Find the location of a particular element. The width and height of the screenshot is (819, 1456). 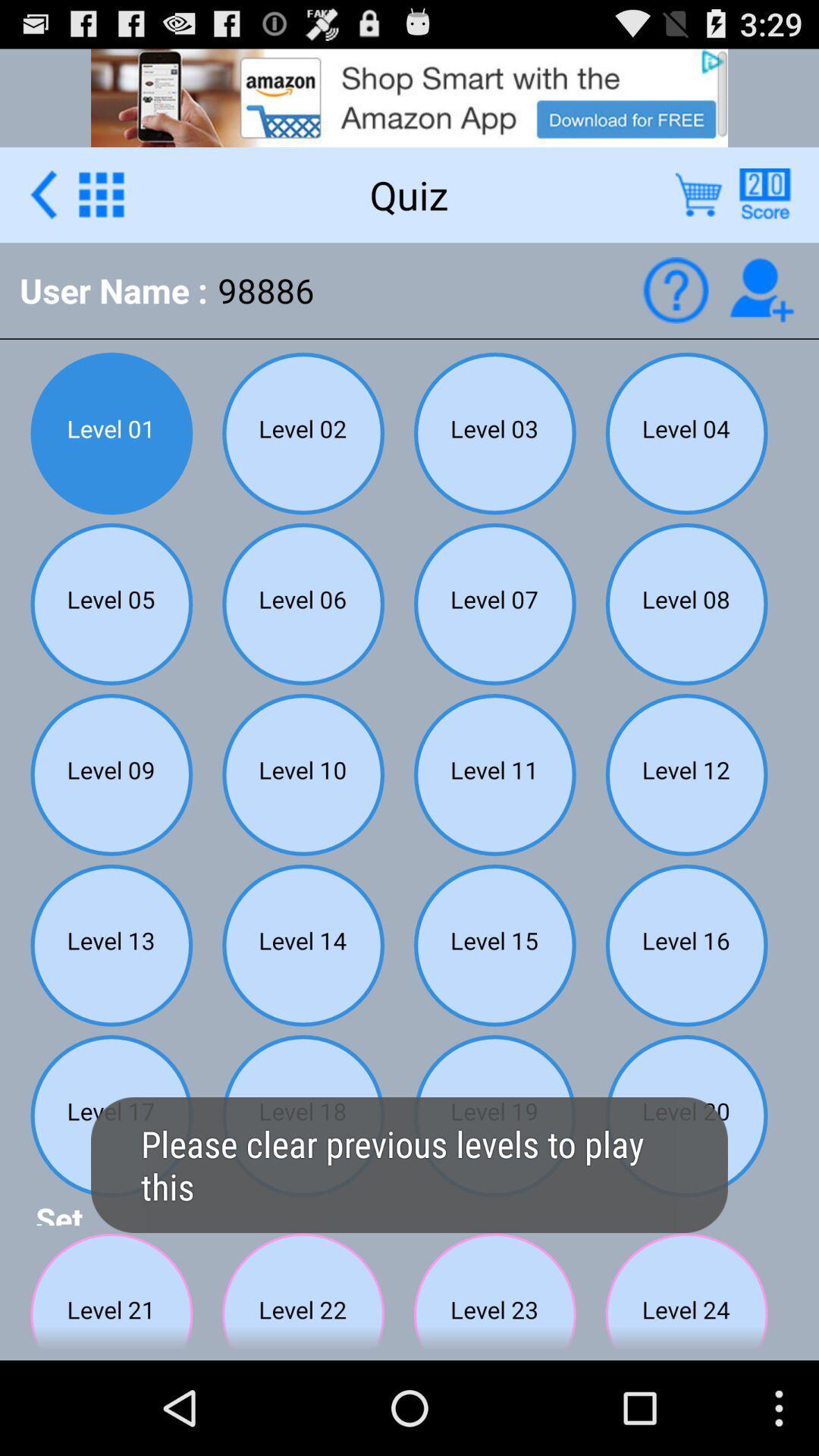

open settings is located at coordinates (101, 193).